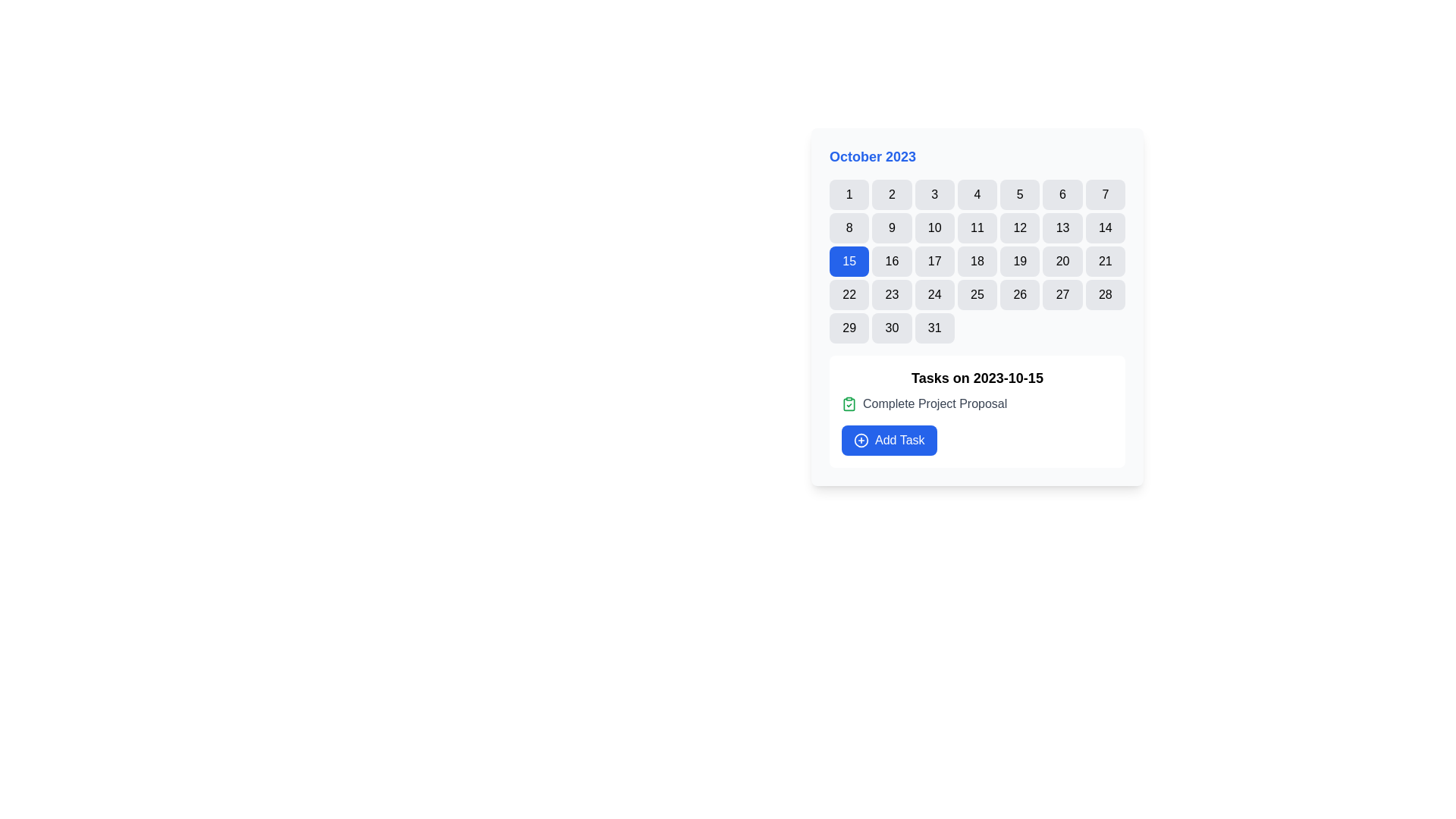 The image size is (1456, 819). I want to click on the date selection button for the date '21' in the calendar interface, located in the third row and sixth column of the grid layout, so click(1105, 260).